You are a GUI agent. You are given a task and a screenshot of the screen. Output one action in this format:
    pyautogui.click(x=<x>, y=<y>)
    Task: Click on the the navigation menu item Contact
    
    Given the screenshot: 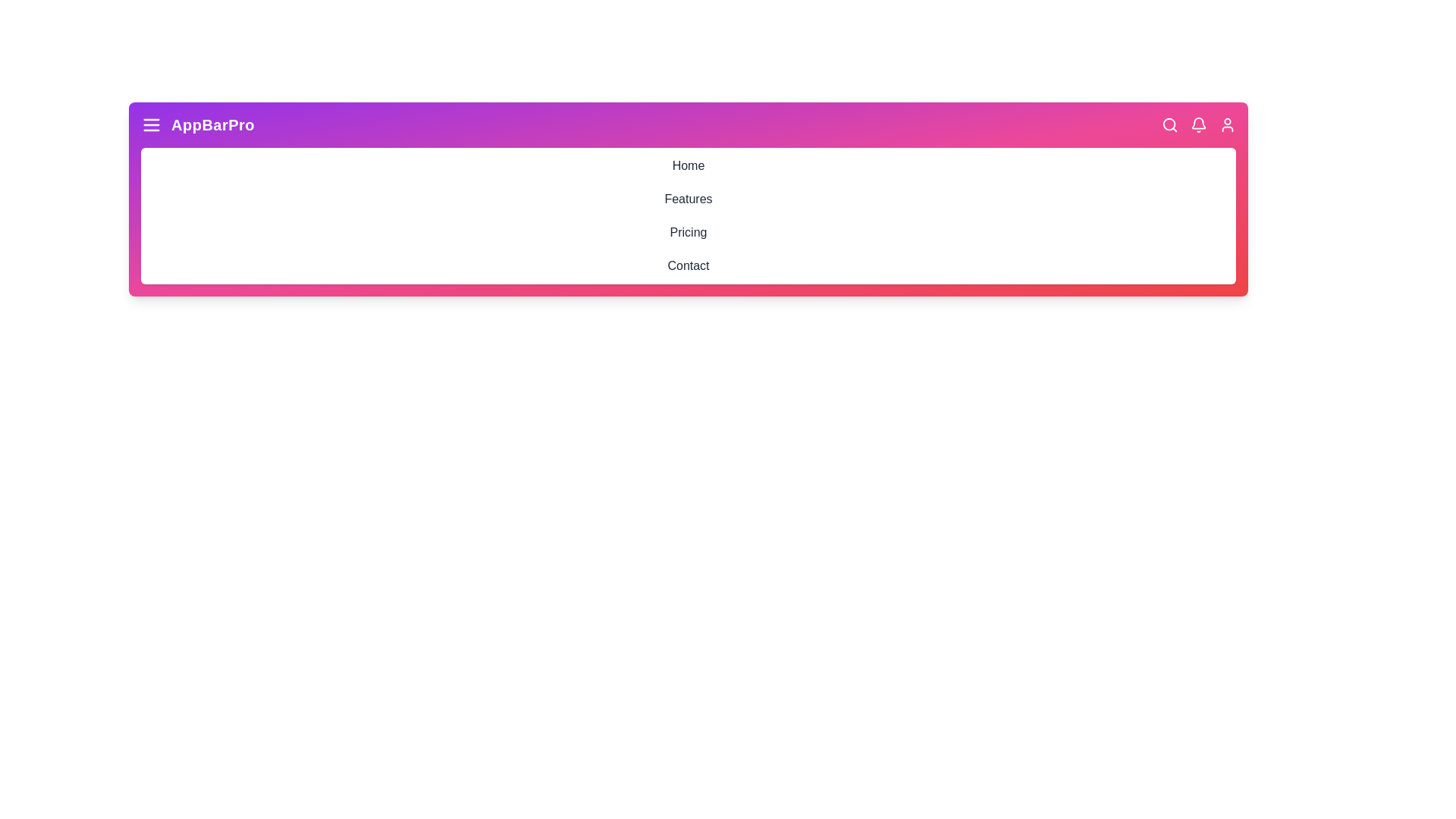 What is the action you would take?
    pyautogui.click(x=687, y=265)
    